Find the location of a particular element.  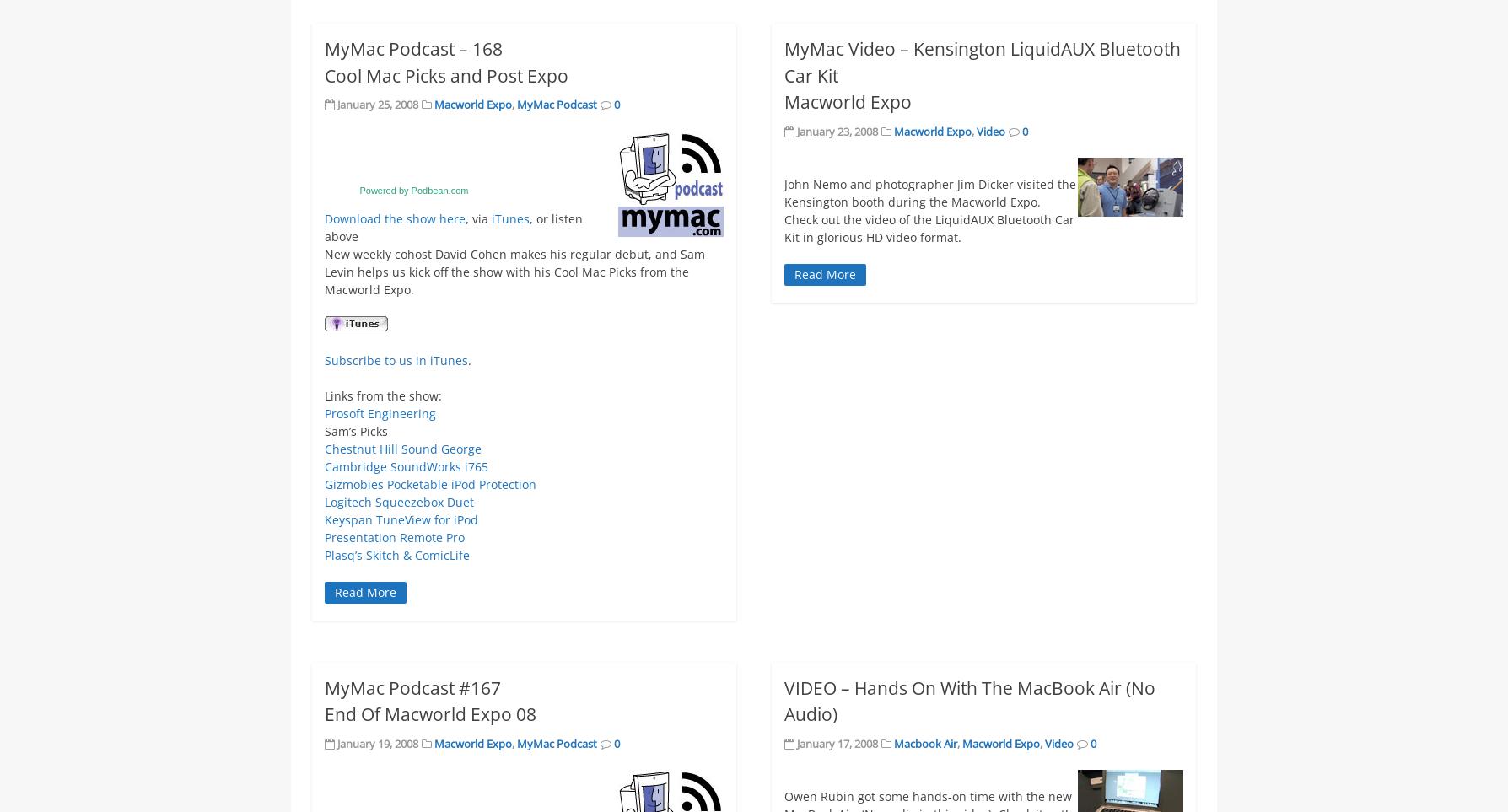

'Prosoft Engineering' is located at coordinates (380, 412).